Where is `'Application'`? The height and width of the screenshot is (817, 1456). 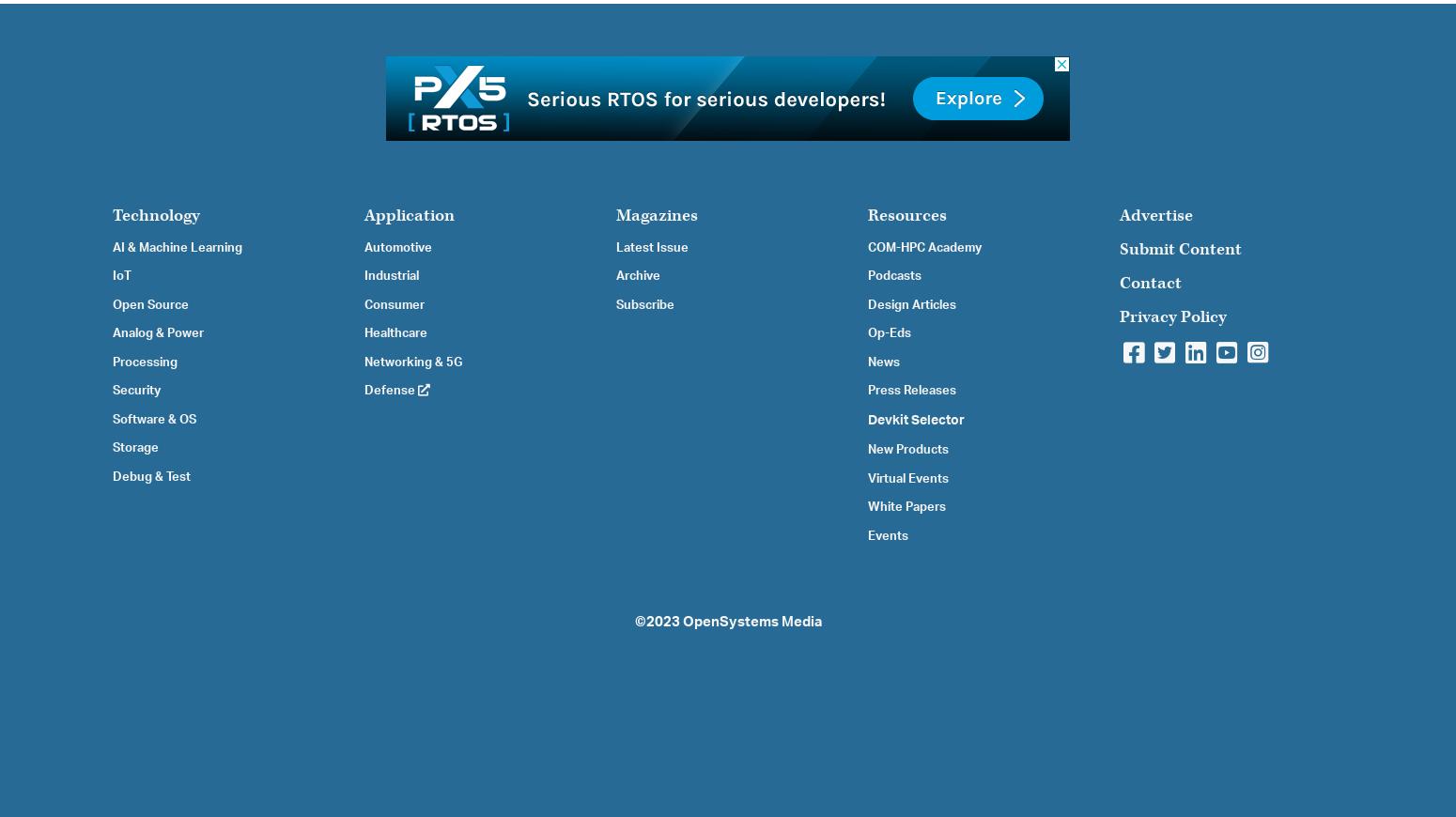
'Application' is located at coordinates (410, 214).